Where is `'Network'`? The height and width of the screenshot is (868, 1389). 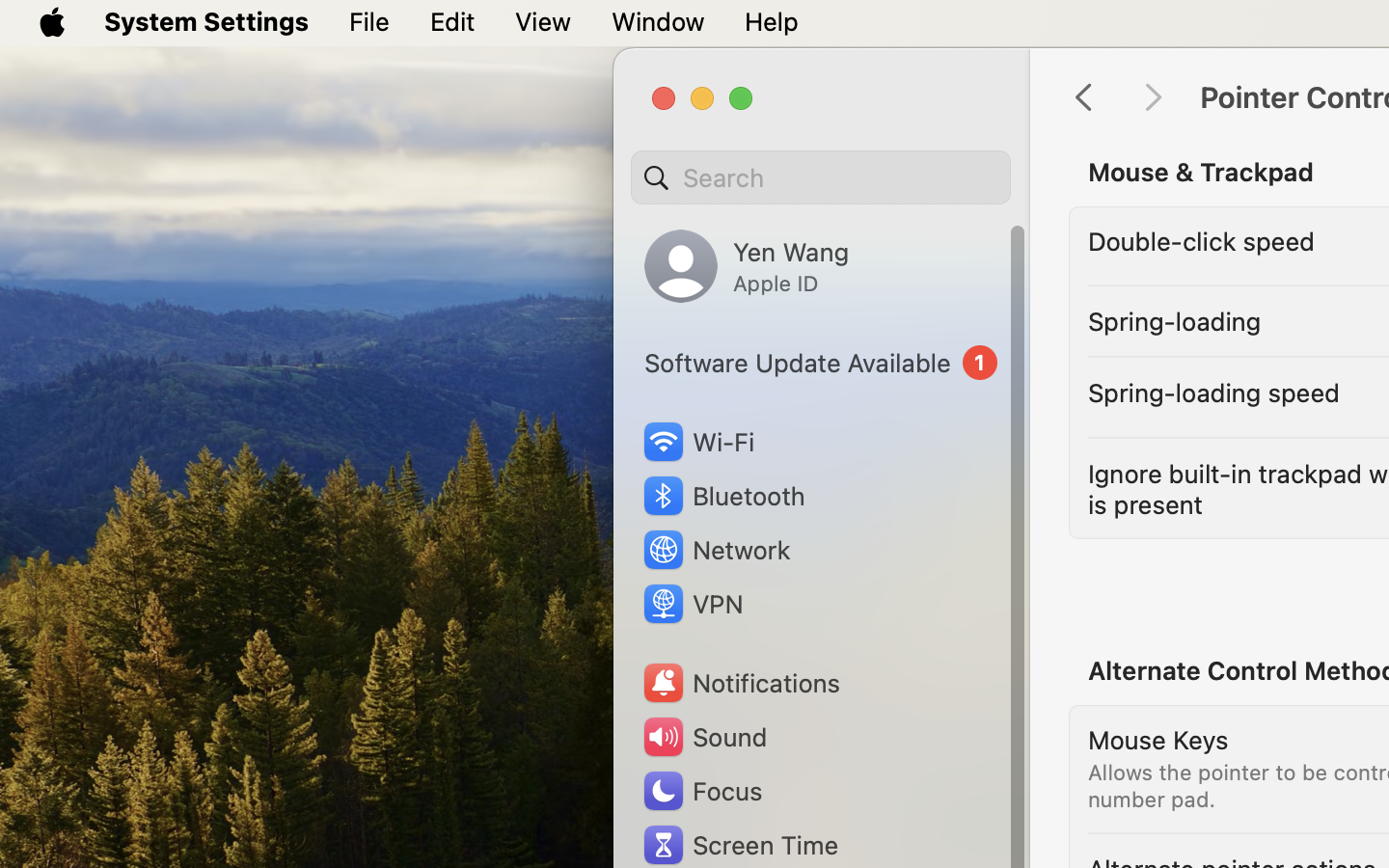 'Network' is located at coordinates (715, 549).